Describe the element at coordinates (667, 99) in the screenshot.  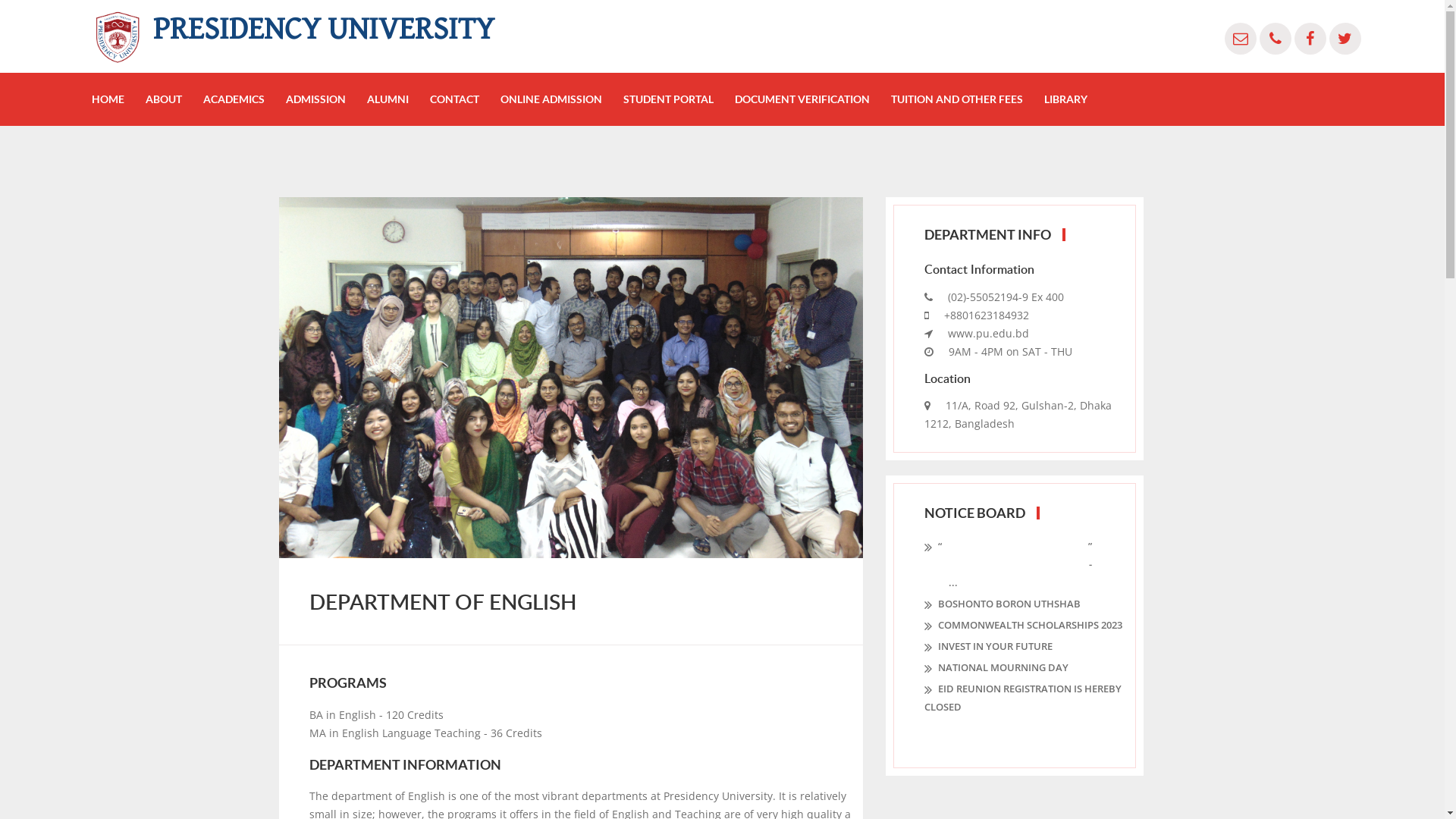
I see `'STUDENT PORTAL'` at that location.